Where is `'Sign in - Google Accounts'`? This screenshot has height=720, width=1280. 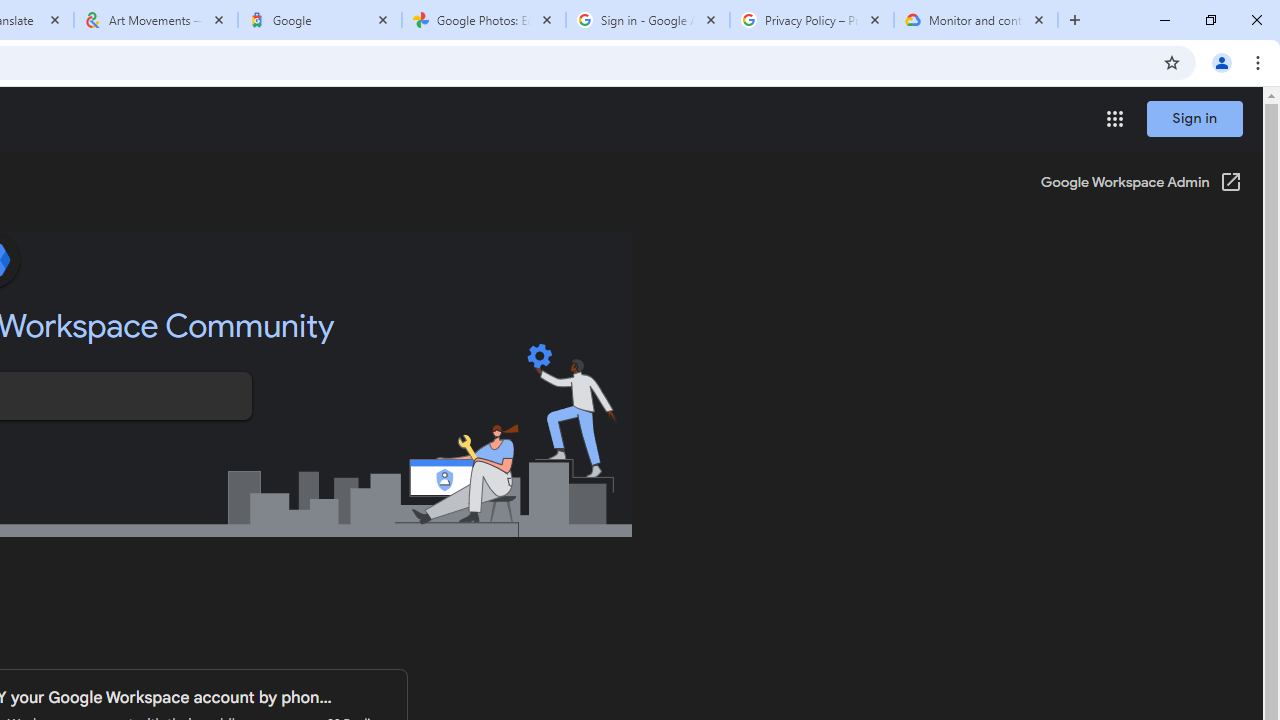 'Sign in - Google Accounts' is located at coordinates (647, 20).